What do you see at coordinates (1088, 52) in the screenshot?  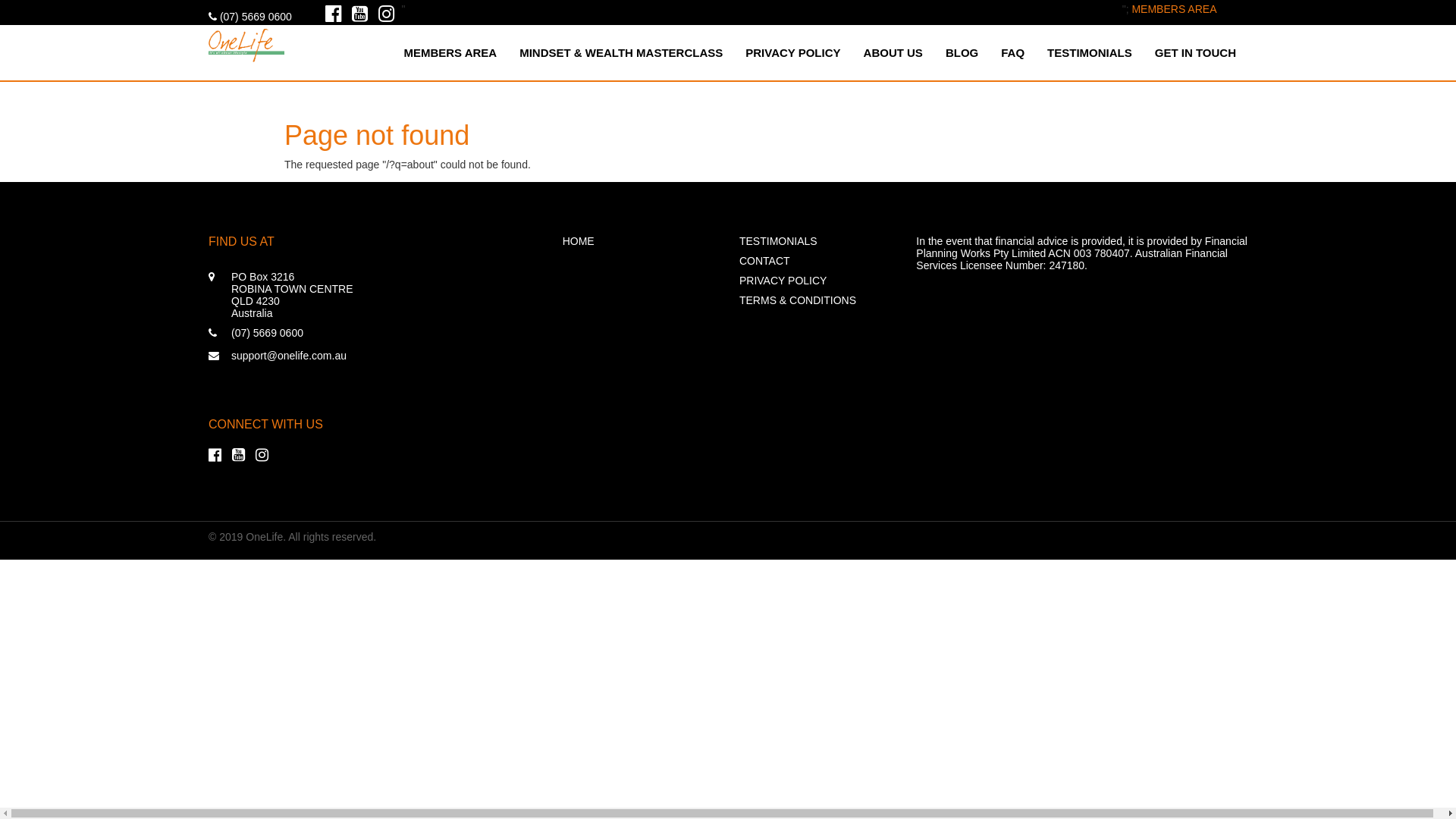 I see `'TESTIMONIALS'` at bounding box center [1088, 52].